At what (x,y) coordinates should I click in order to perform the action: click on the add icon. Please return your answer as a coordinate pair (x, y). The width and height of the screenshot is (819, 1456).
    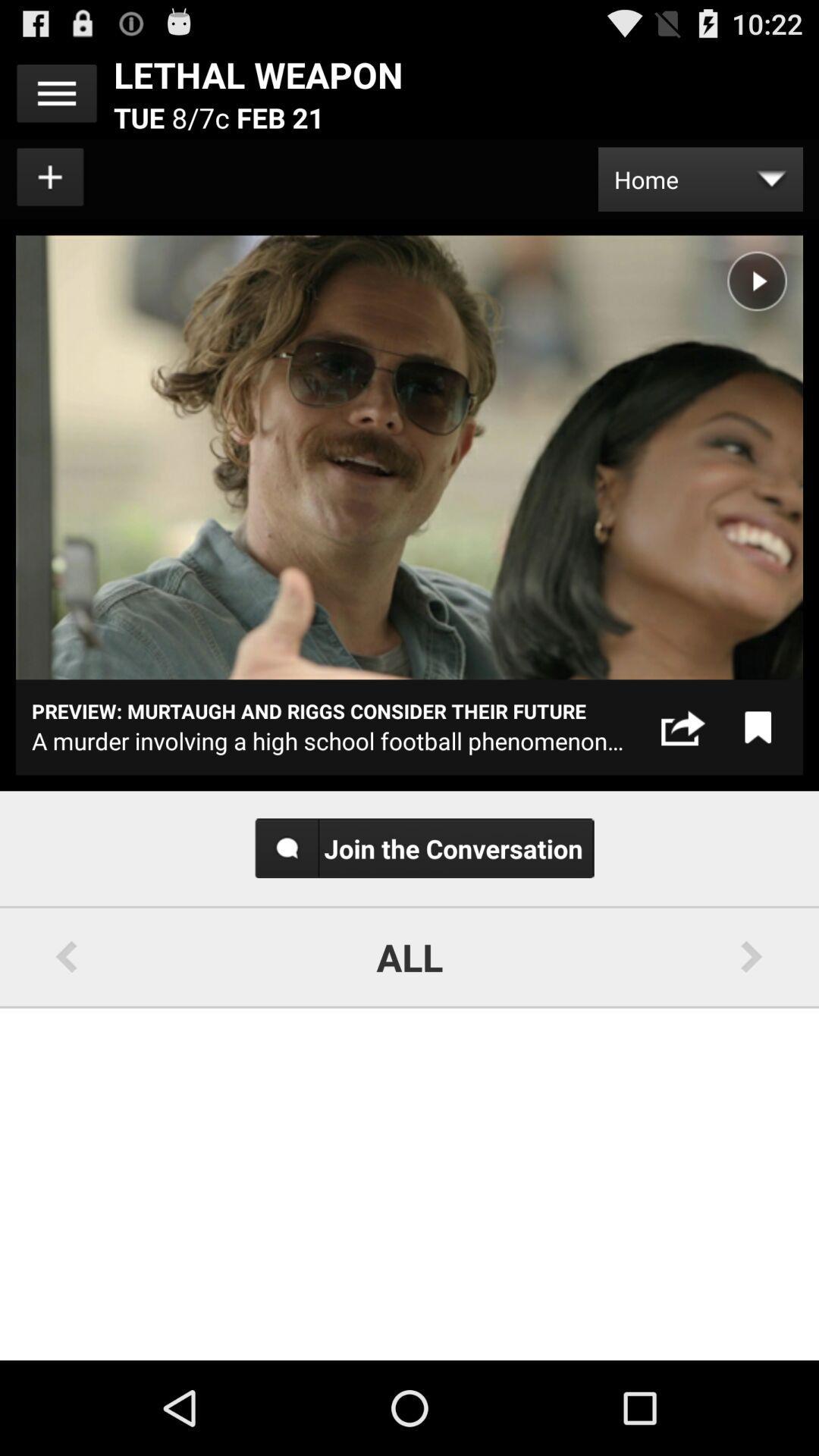
    Looking at the image, I should click on (50, 188).